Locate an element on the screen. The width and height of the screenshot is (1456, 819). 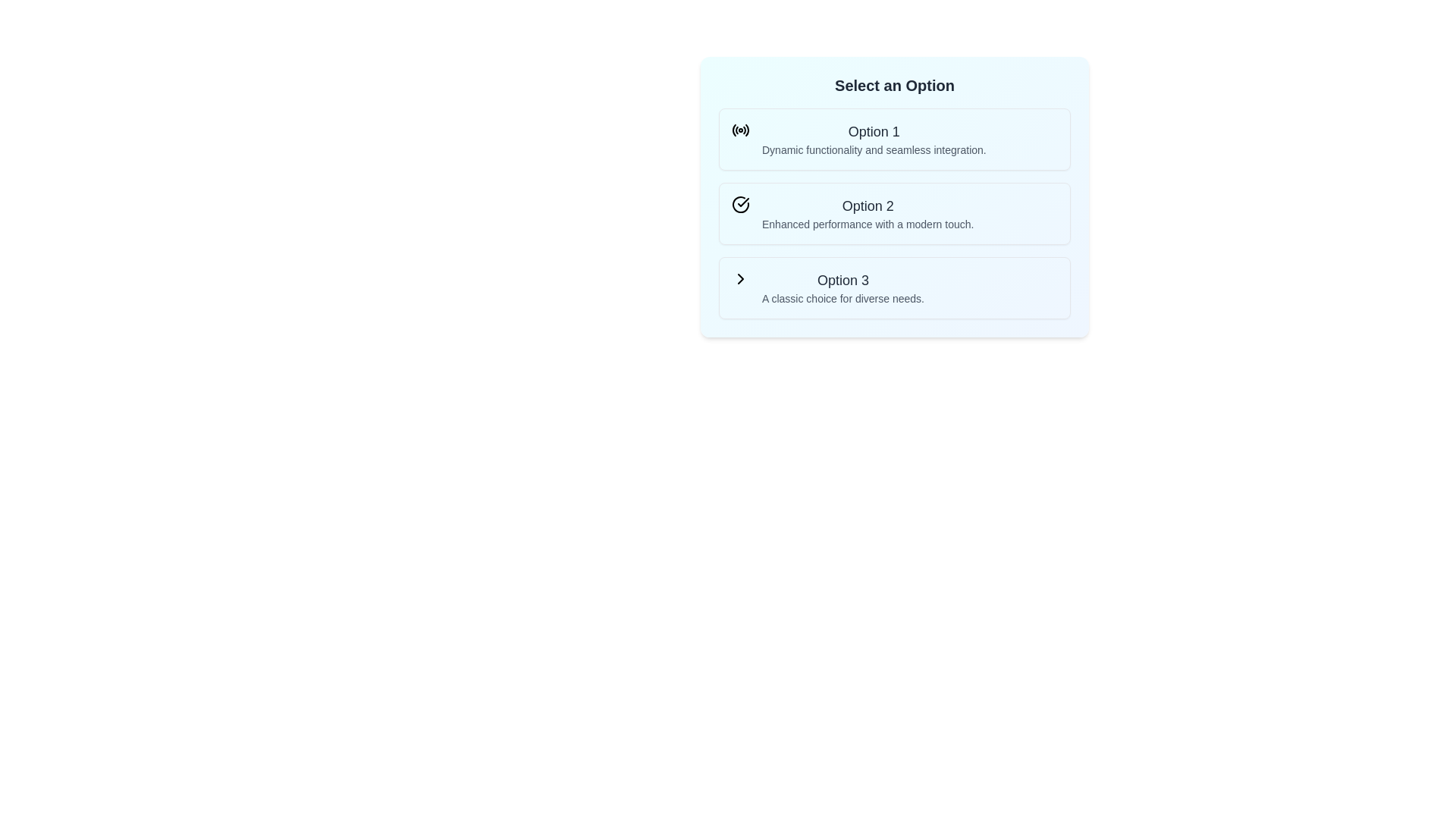
the circular icon with a checkmark, located to the left of the 'Option 2' label in the selection list is located at coordinates (741, 205).